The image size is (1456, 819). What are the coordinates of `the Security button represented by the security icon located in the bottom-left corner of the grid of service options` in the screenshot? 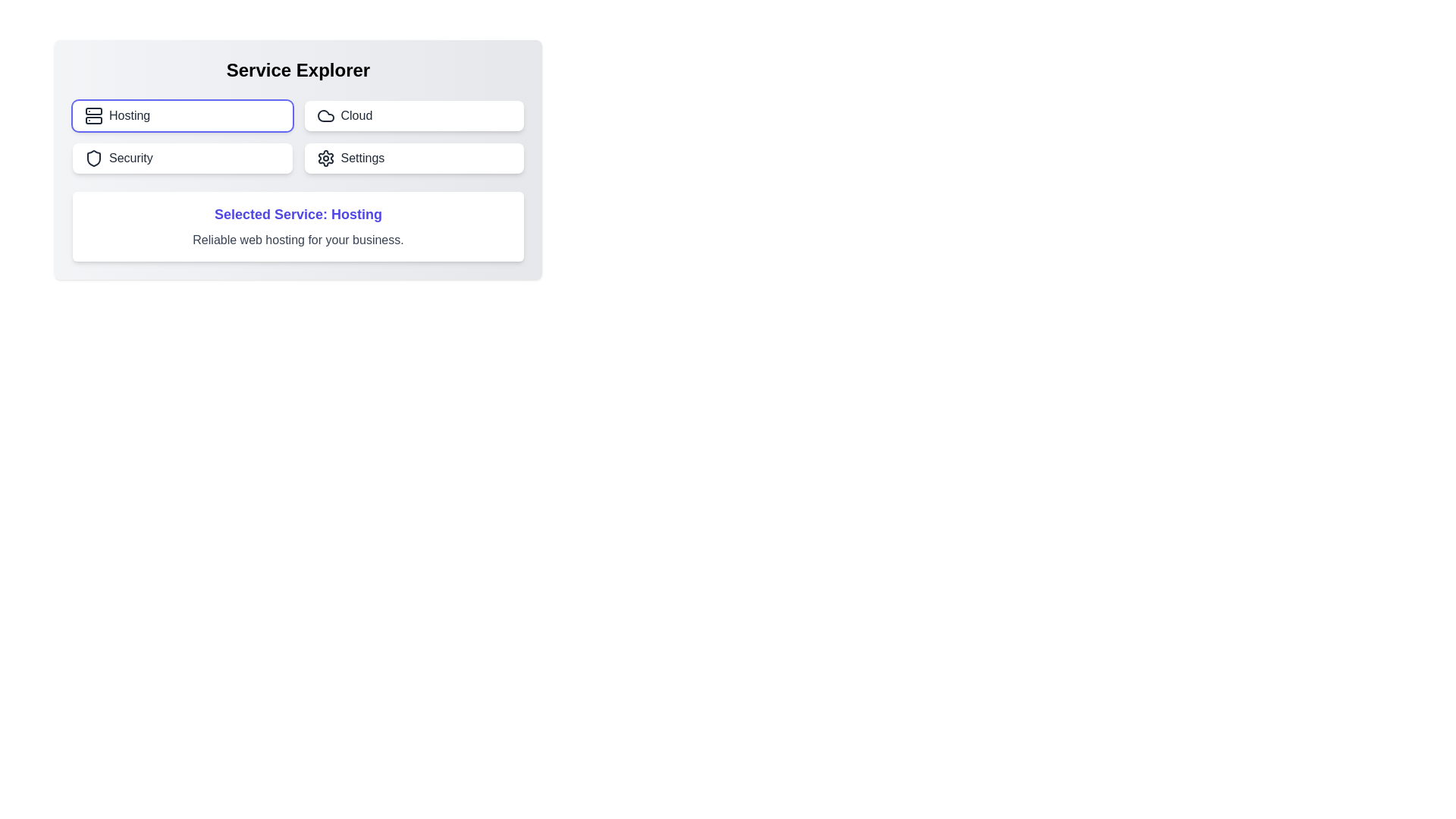 It's located at (93, 158).